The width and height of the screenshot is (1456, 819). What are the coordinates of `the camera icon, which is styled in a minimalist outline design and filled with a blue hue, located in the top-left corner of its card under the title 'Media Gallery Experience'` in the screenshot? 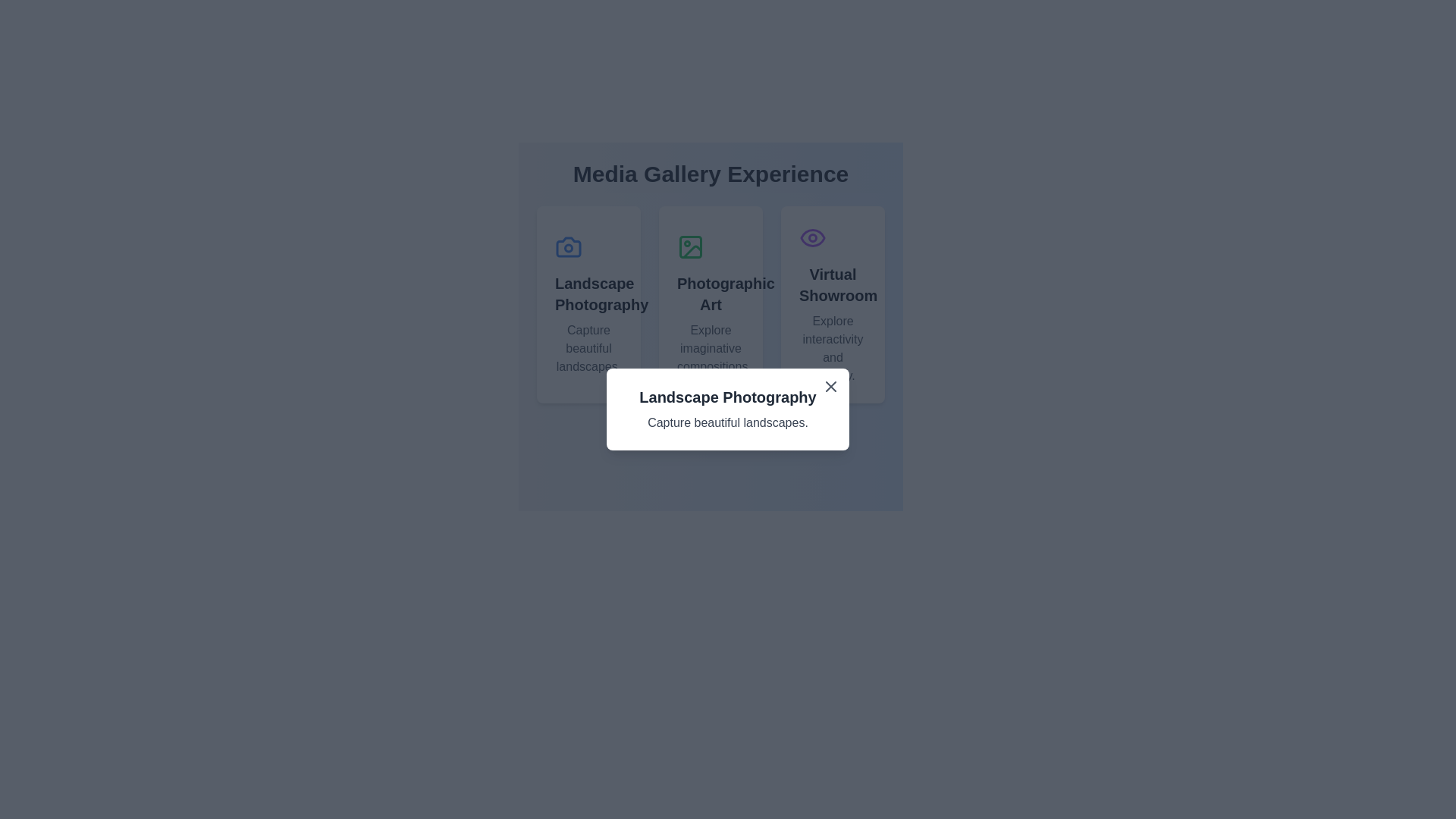 It's located at (567, 246).